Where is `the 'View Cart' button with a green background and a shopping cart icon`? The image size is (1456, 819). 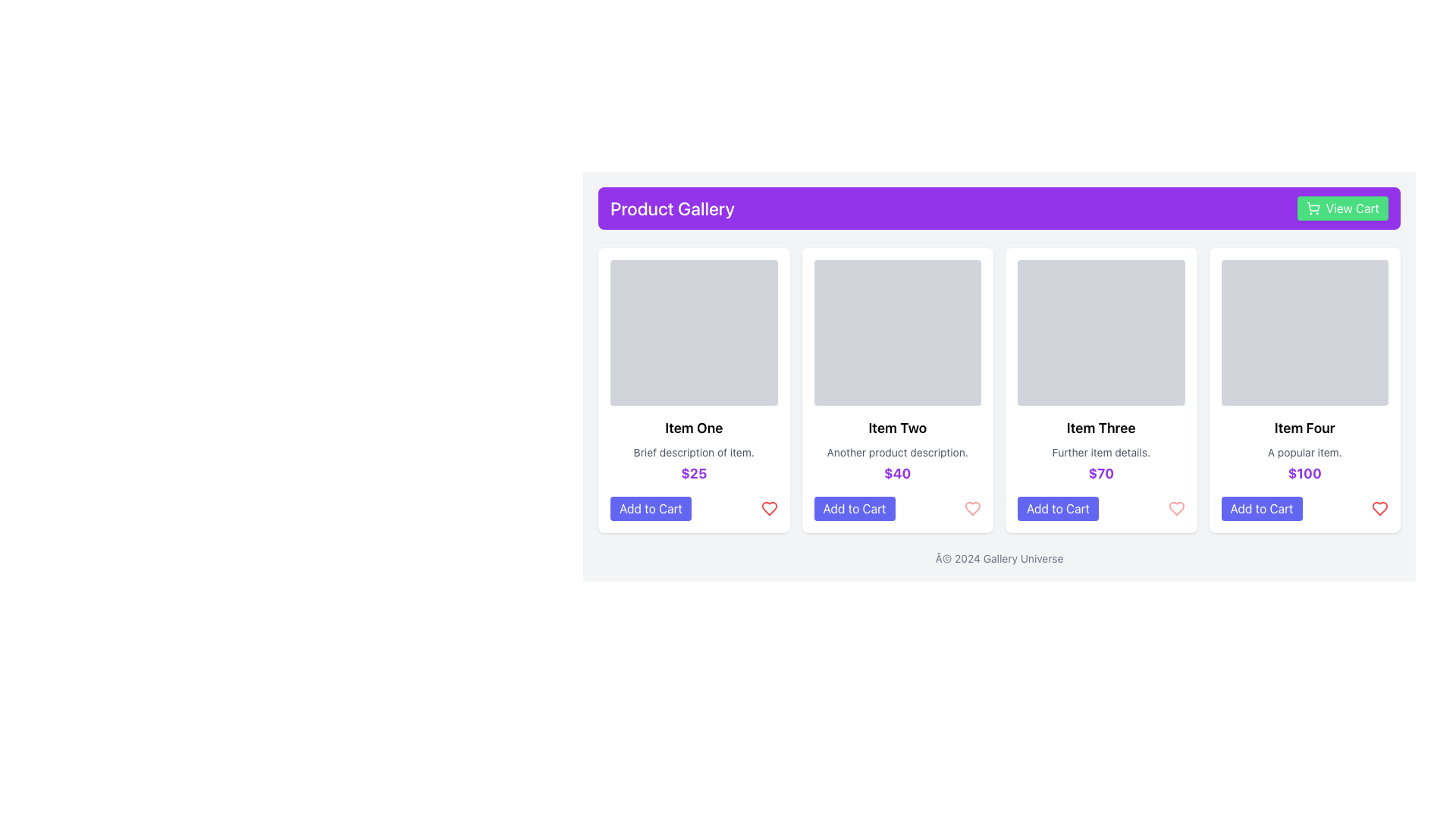 the 'View Cart' button with a green background and a shopping cart icon is located at coordinates (1342, 208).